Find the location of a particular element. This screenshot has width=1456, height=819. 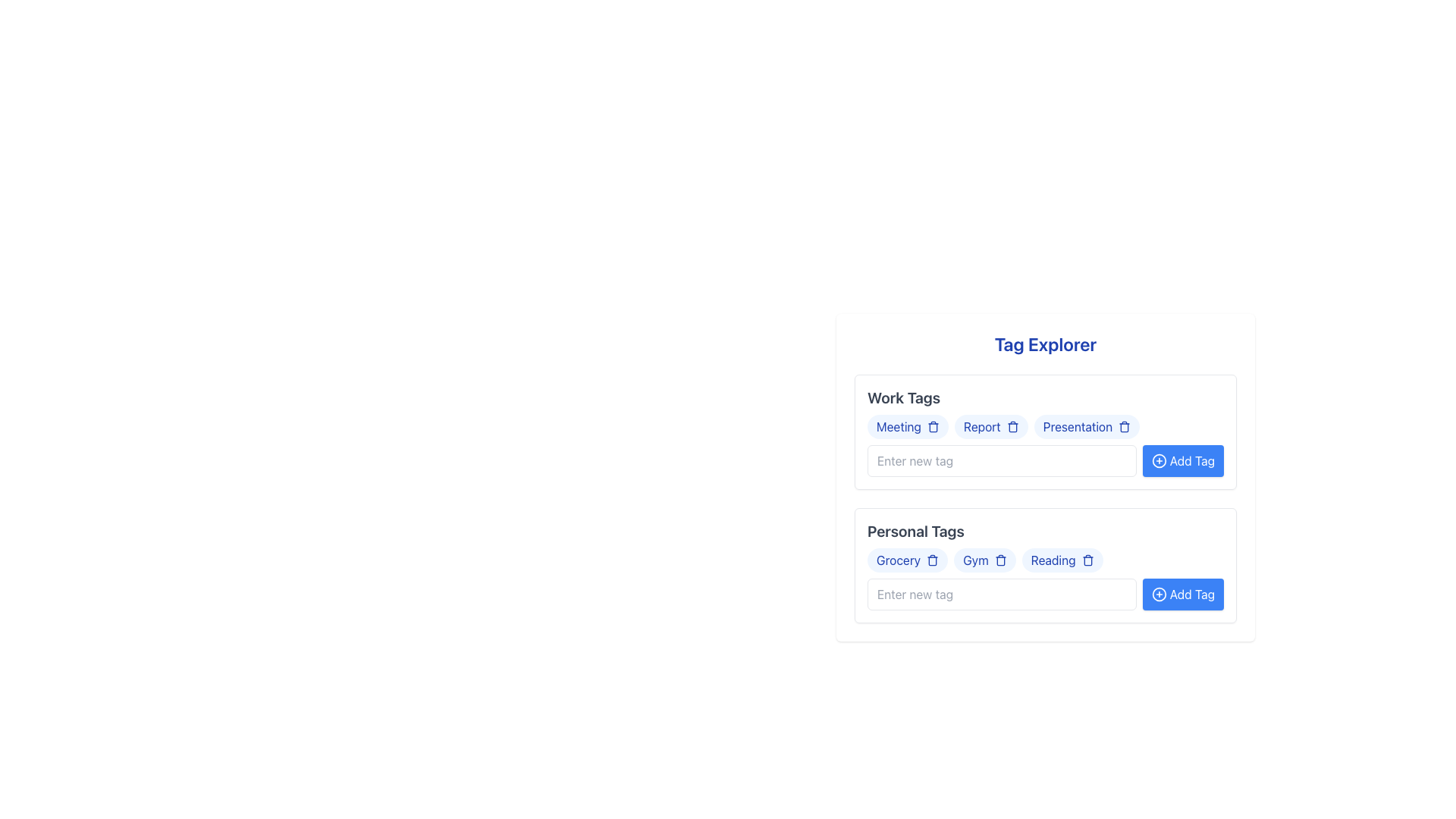

the Circle component within the SVG graphic of the 'Add Tag' button, which indicates adding a new item is located at coordinates (1158, 593).